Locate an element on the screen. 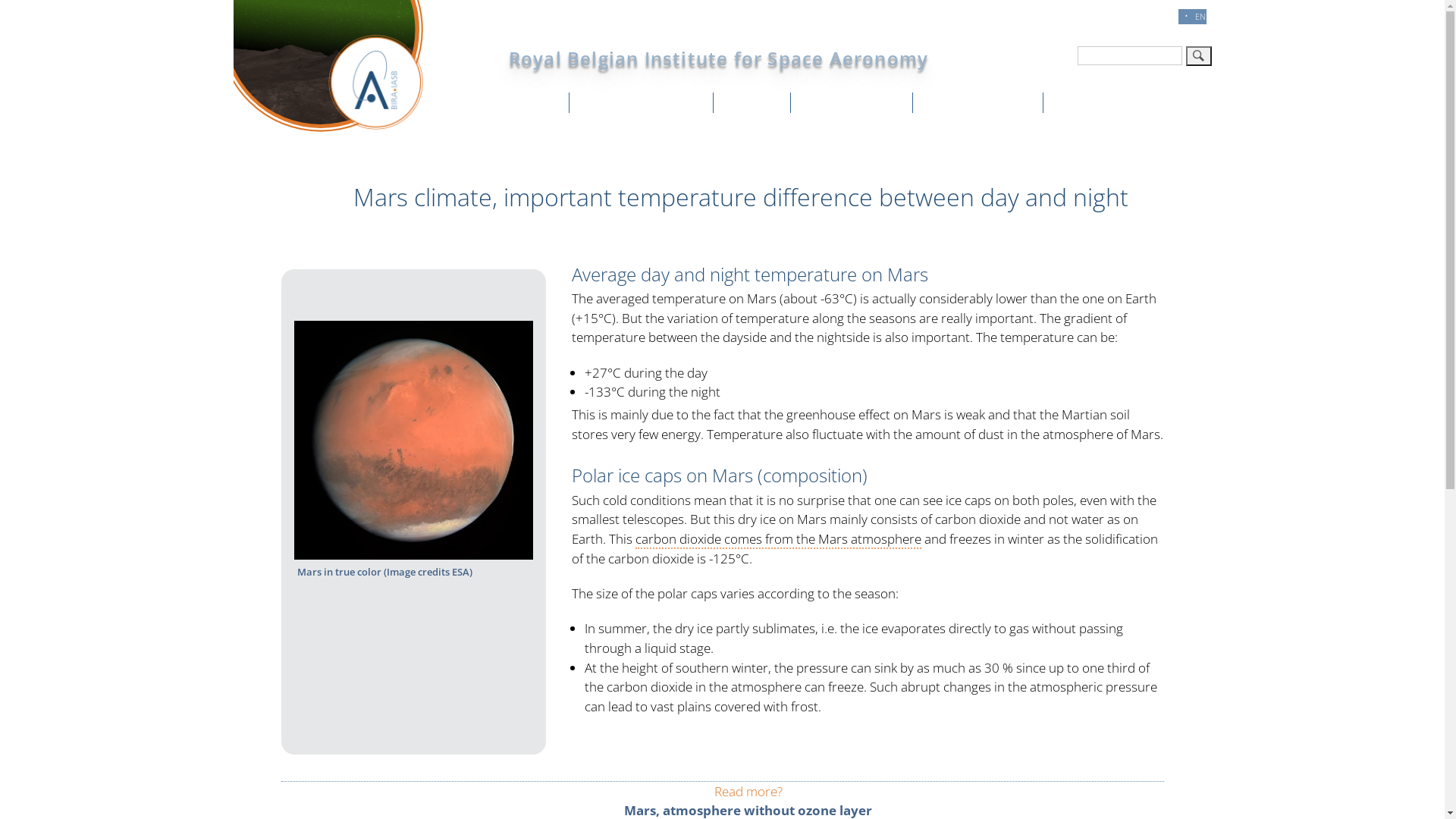 The width and height of the screenshot is (1456, 819). 'FR' is located at coordinates (1167, 16).